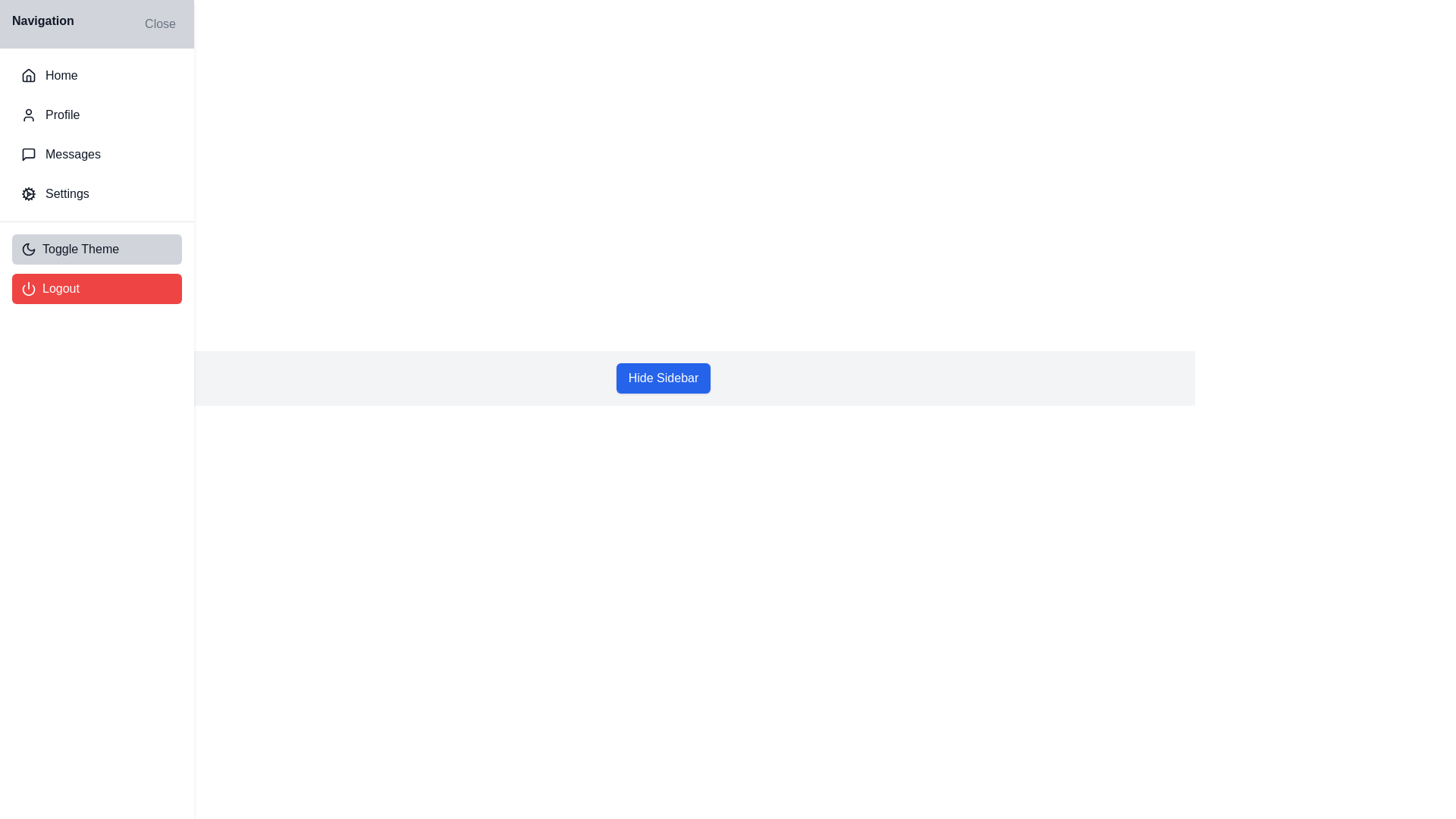  Describe the element at coordinates (96, 248) in the screenshot. I see `the theme toggle button located in the bottom section of the navigation sidebar, just above the red 'Logout' button` at that location.